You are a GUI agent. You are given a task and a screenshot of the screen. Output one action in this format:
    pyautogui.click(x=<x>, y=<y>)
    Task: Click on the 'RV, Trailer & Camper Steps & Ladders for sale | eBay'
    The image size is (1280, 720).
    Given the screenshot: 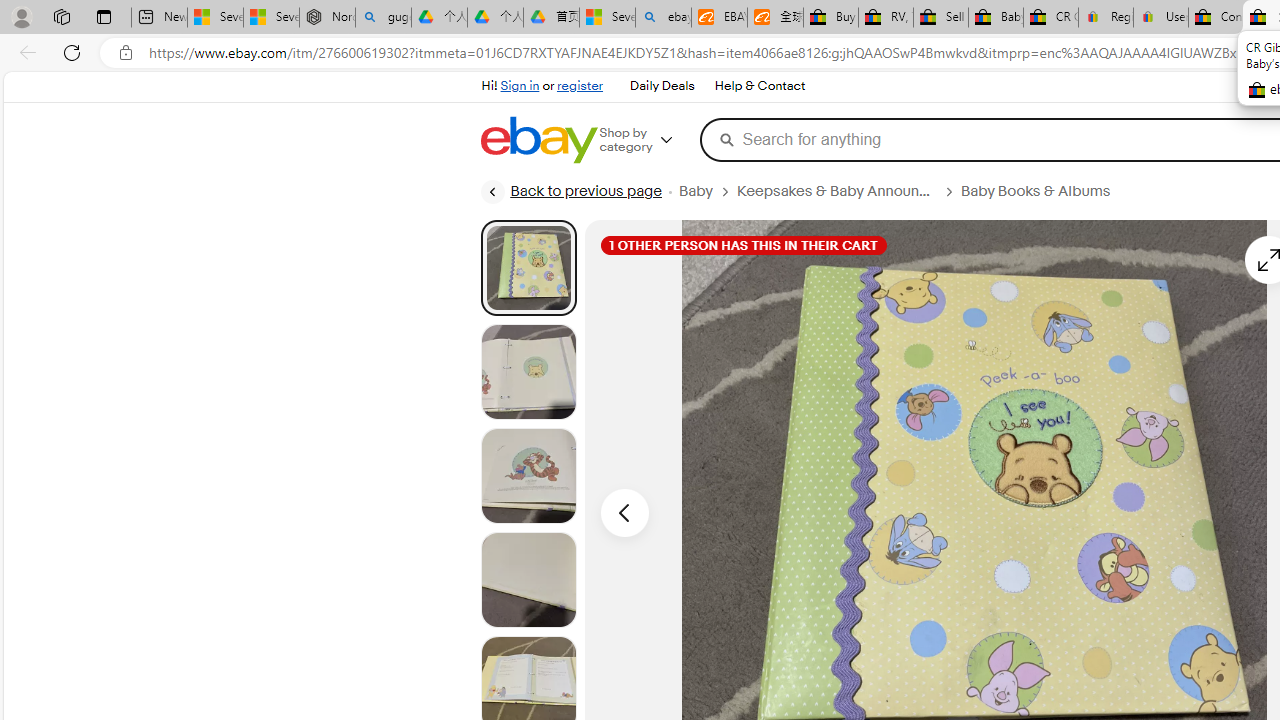 What is the action you would take?
    pyautogui.click(x=884, y=17)
    